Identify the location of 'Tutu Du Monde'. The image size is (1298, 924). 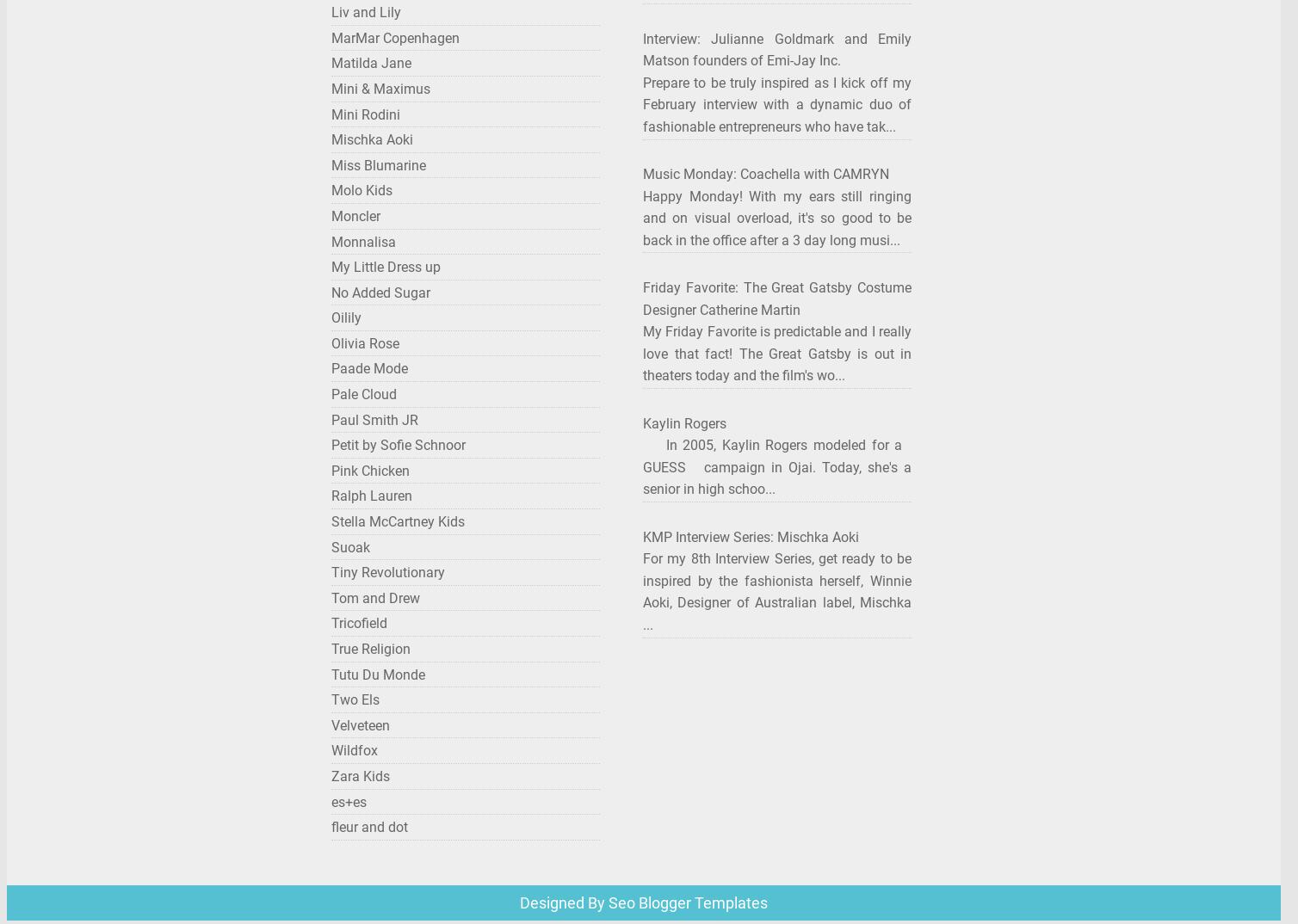
(378, 673).